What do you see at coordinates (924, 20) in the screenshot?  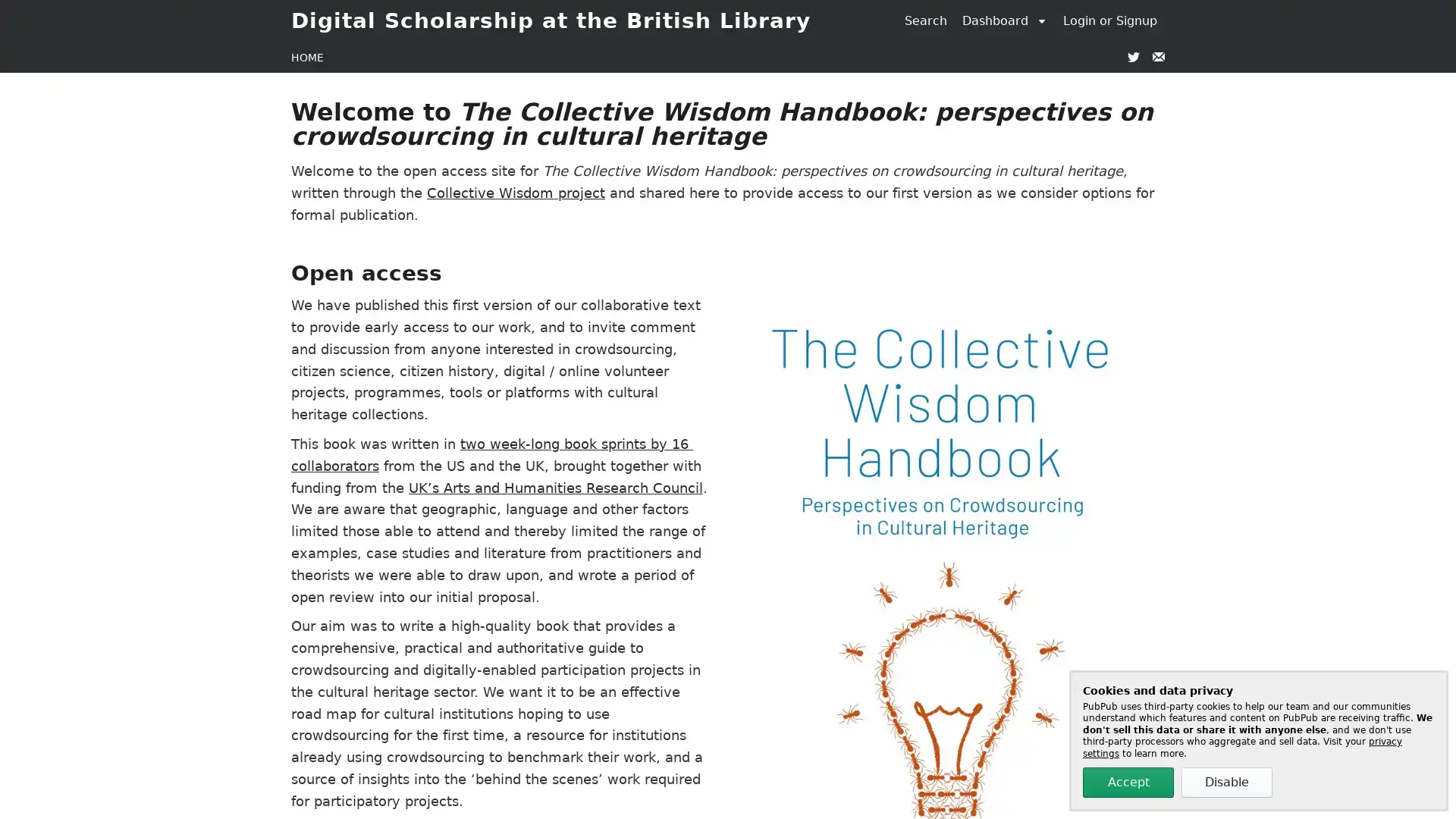 I see `Search` at bounding box center [924, 20].